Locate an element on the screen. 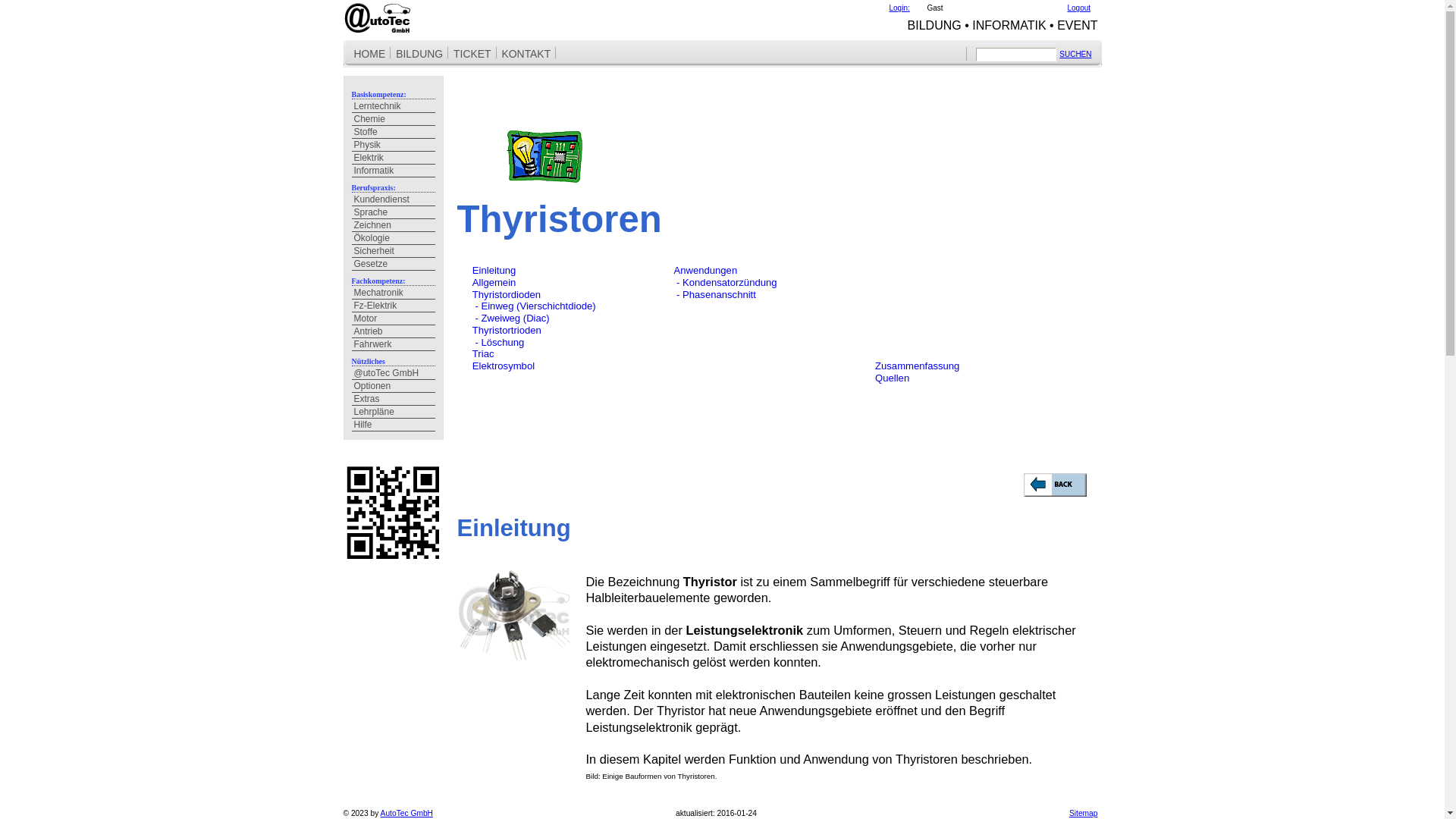 The image size is (1456, 819). 'HOME' is located at coordinates (369, 52).